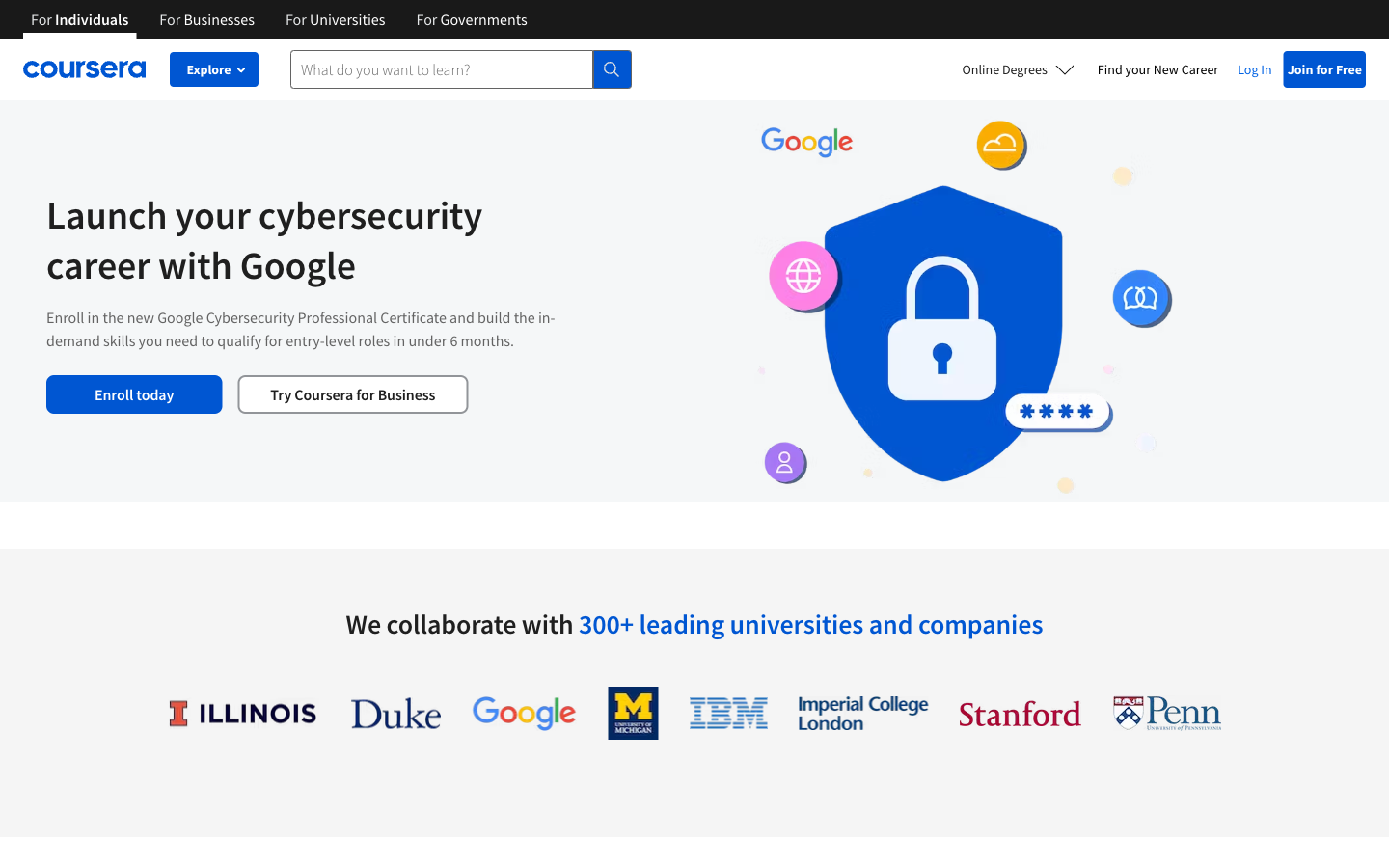  I want to click on "For Government" page on Coursera website, so click(471, 17).